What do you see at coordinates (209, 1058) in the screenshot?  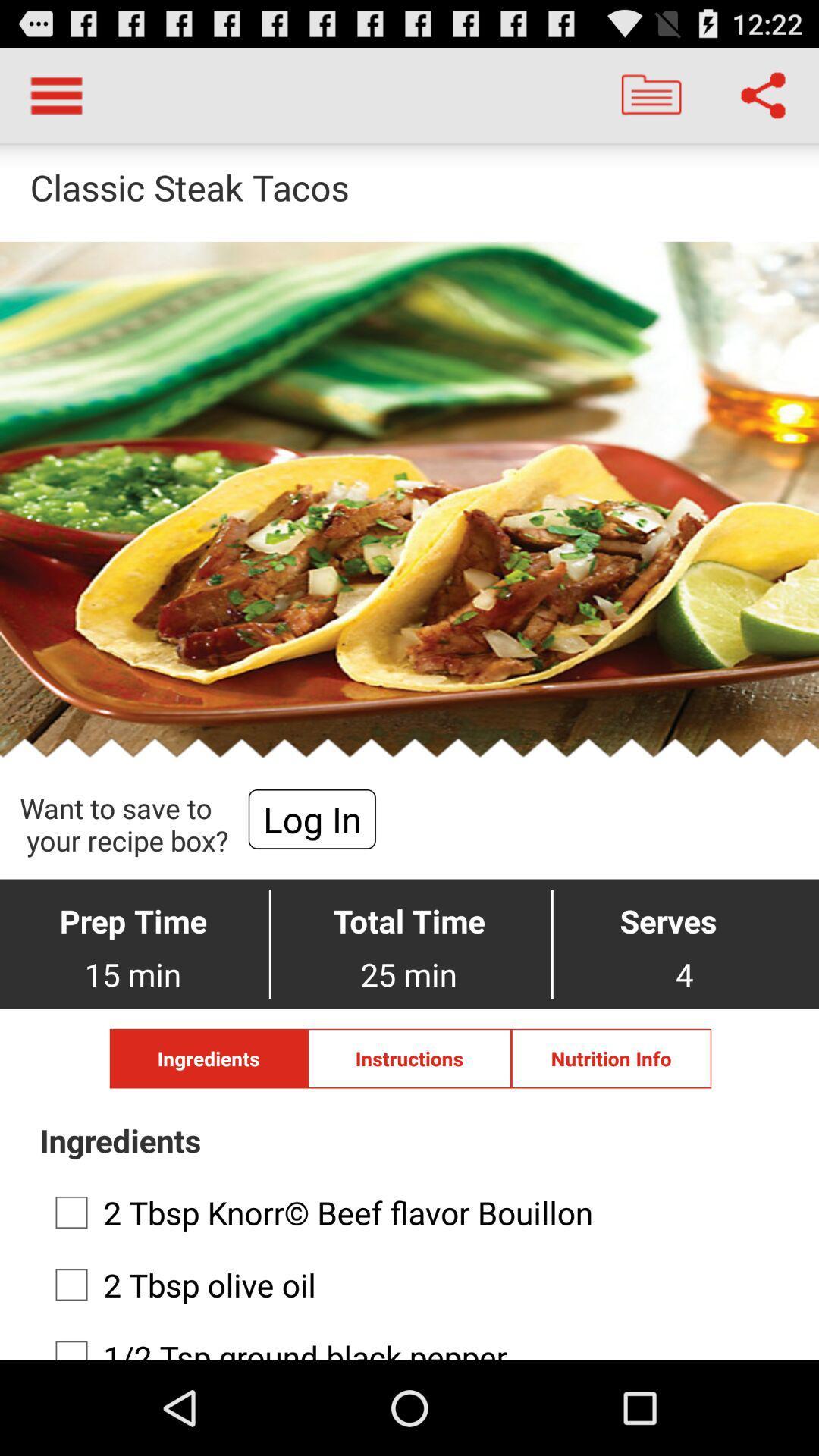 I see `text which is left to instructions` at bounding box center [209, 1058].